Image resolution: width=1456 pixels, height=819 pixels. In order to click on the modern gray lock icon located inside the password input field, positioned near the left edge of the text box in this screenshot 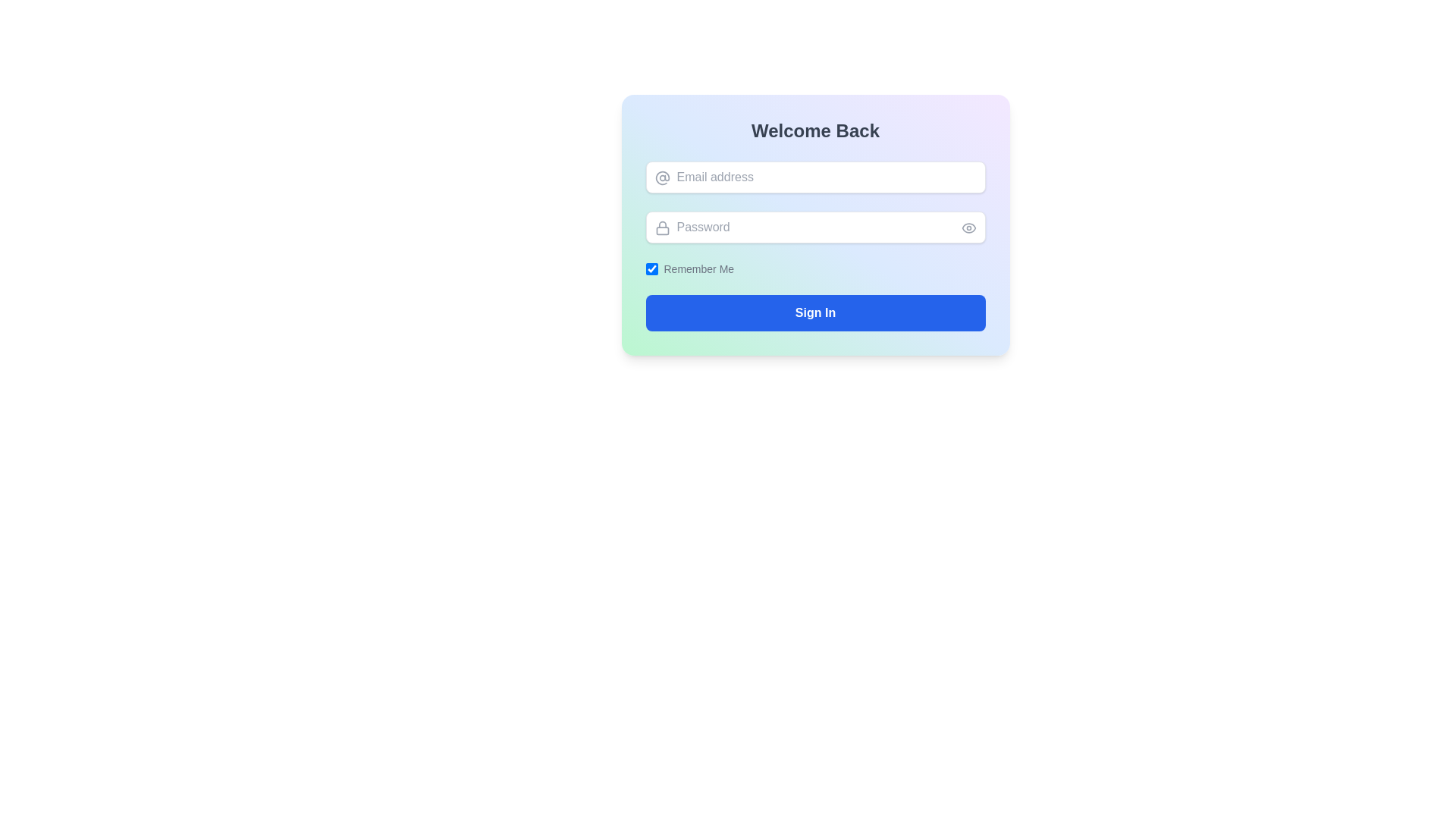, I will do `click(662, 227)`.